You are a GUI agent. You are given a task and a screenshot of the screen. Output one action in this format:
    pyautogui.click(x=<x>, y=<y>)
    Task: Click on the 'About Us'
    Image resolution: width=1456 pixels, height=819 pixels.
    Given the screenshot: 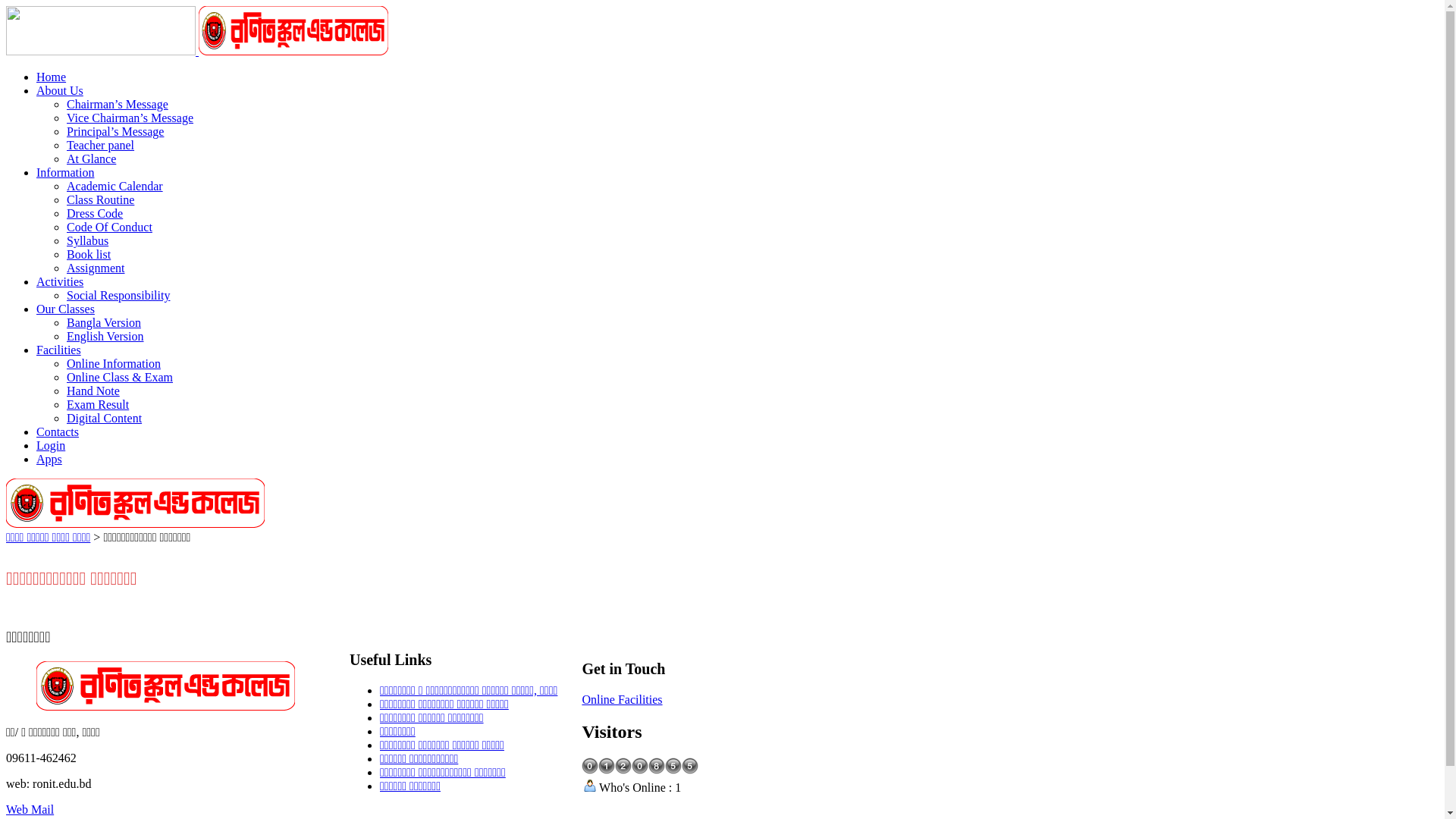 What is the action you would take?
    pyautogui.click(x=59, y=90)
    